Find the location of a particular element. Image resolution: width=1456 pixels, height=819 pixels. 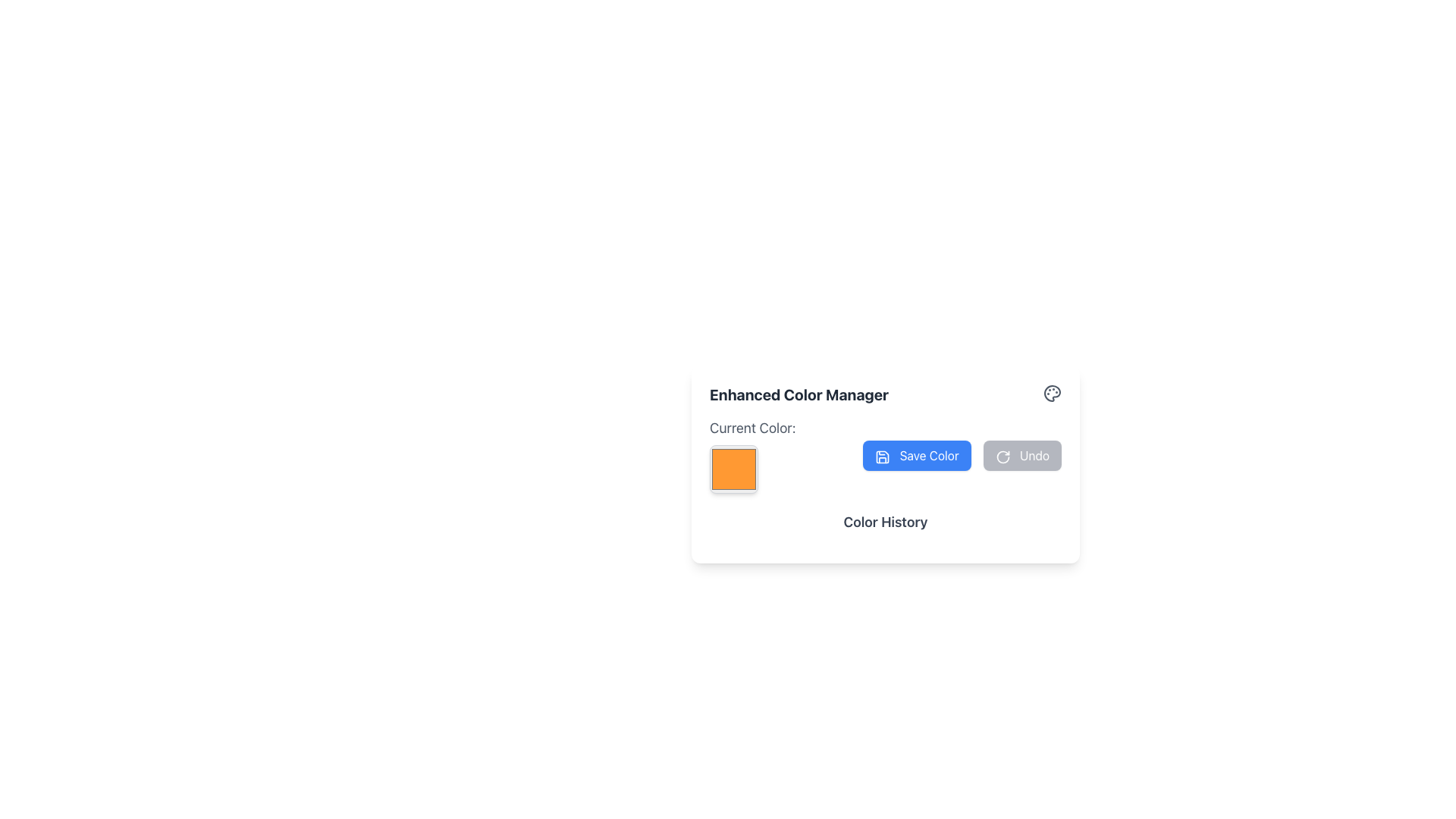

the 'Save Color' button within the Interactive Panel of the 'Enhanced Color Manager' is located at coordinates (885, 455).